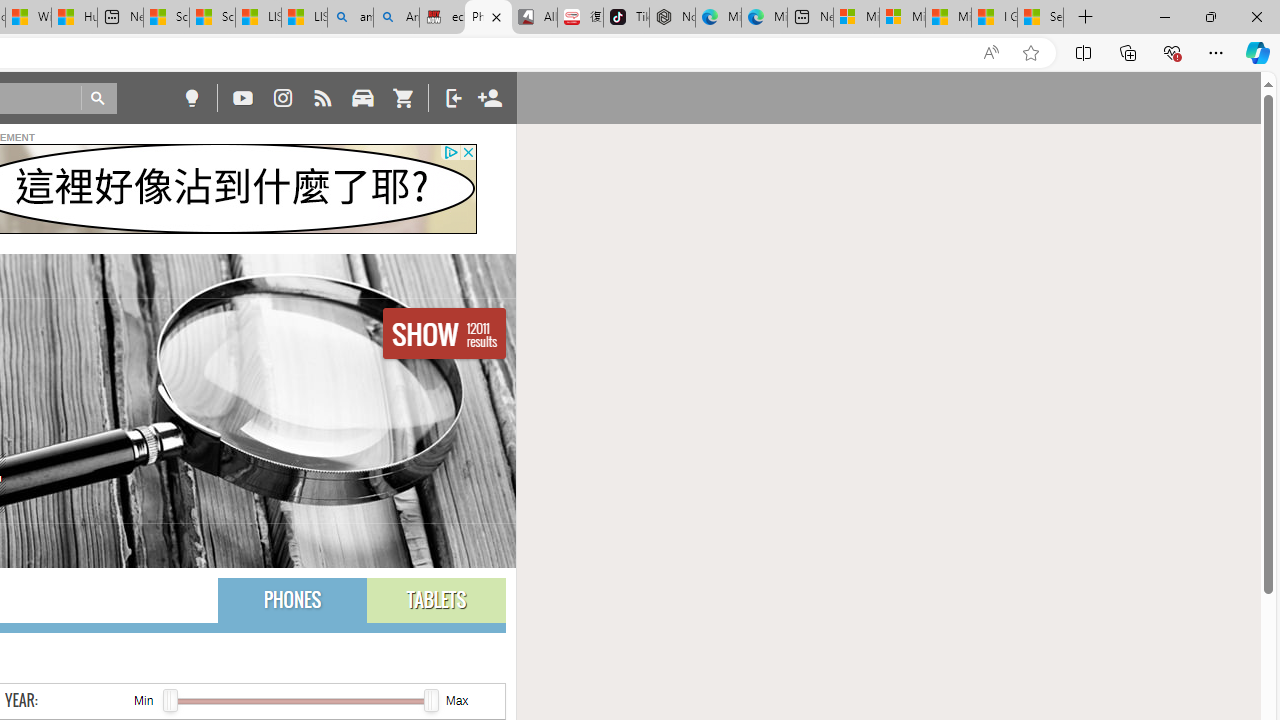 The width and height of the screenshot is (1280, 720). What do you see at coordinates (435, 599) in the screenshot?
I see `'TABLETS'` at bounding box center [435, 599].